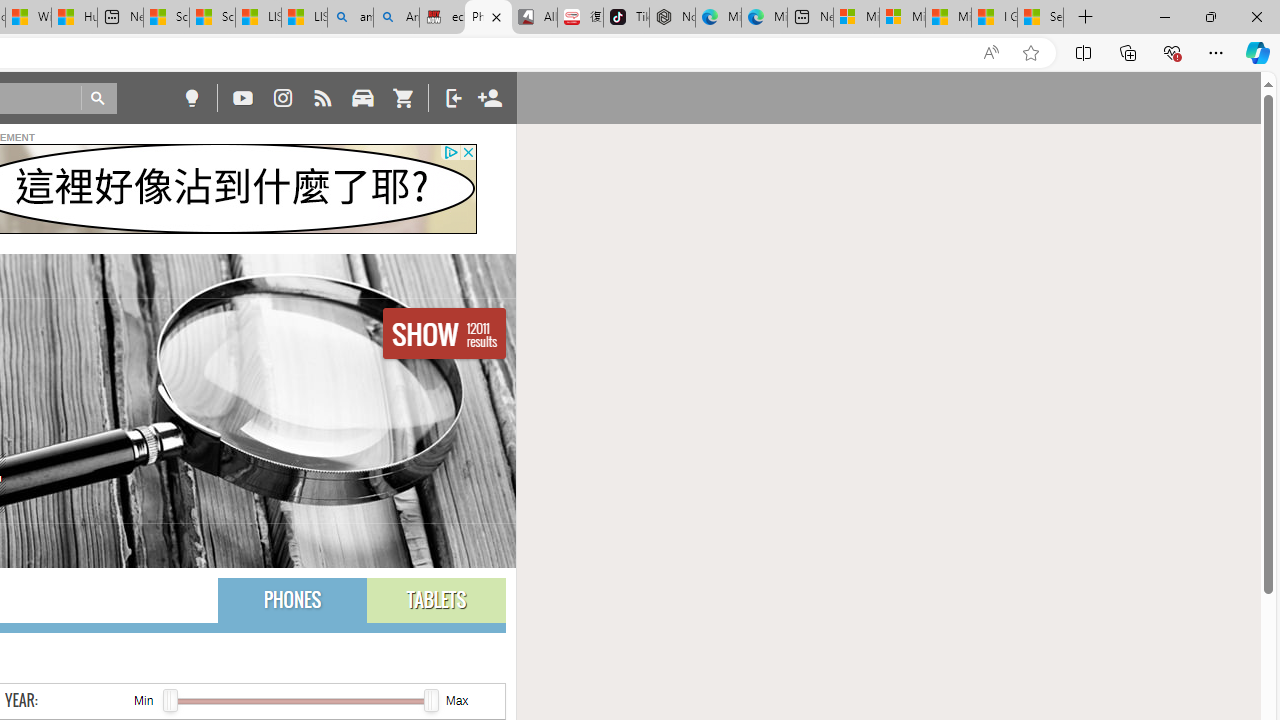 The width and height of the screenshot is (1280, 720). What do you see at coordinates (435, 599) in the screenshot?
I see `'TABLETS'` at bounding box center [435, 599].